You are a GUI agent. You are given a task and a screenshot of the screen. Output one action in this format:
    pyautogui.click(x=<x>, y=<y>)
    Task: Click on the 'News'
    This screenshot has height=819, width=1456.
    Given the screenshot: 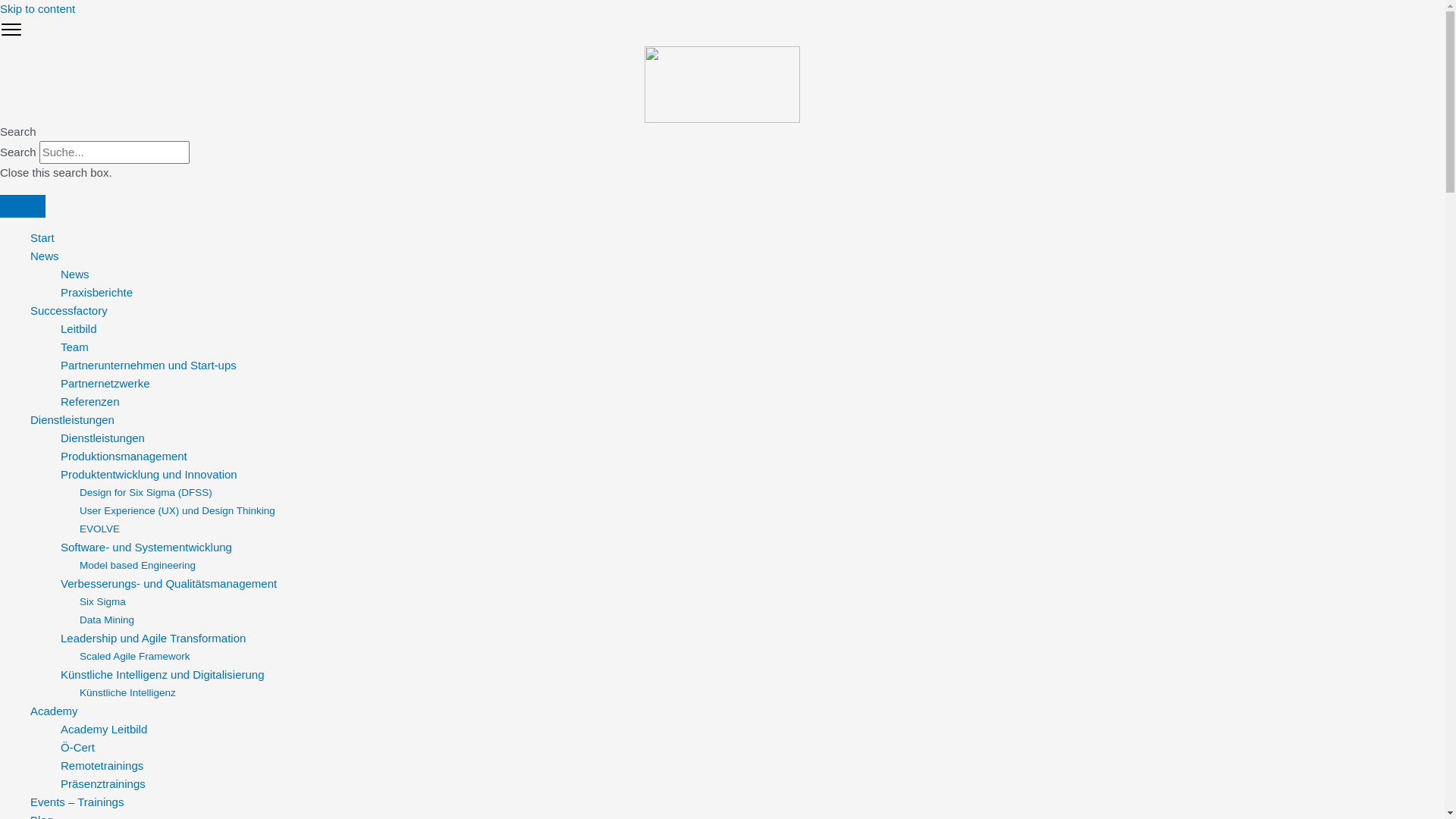 What is the action you would take?
    pyautogui.click(x=44, y=255)
    